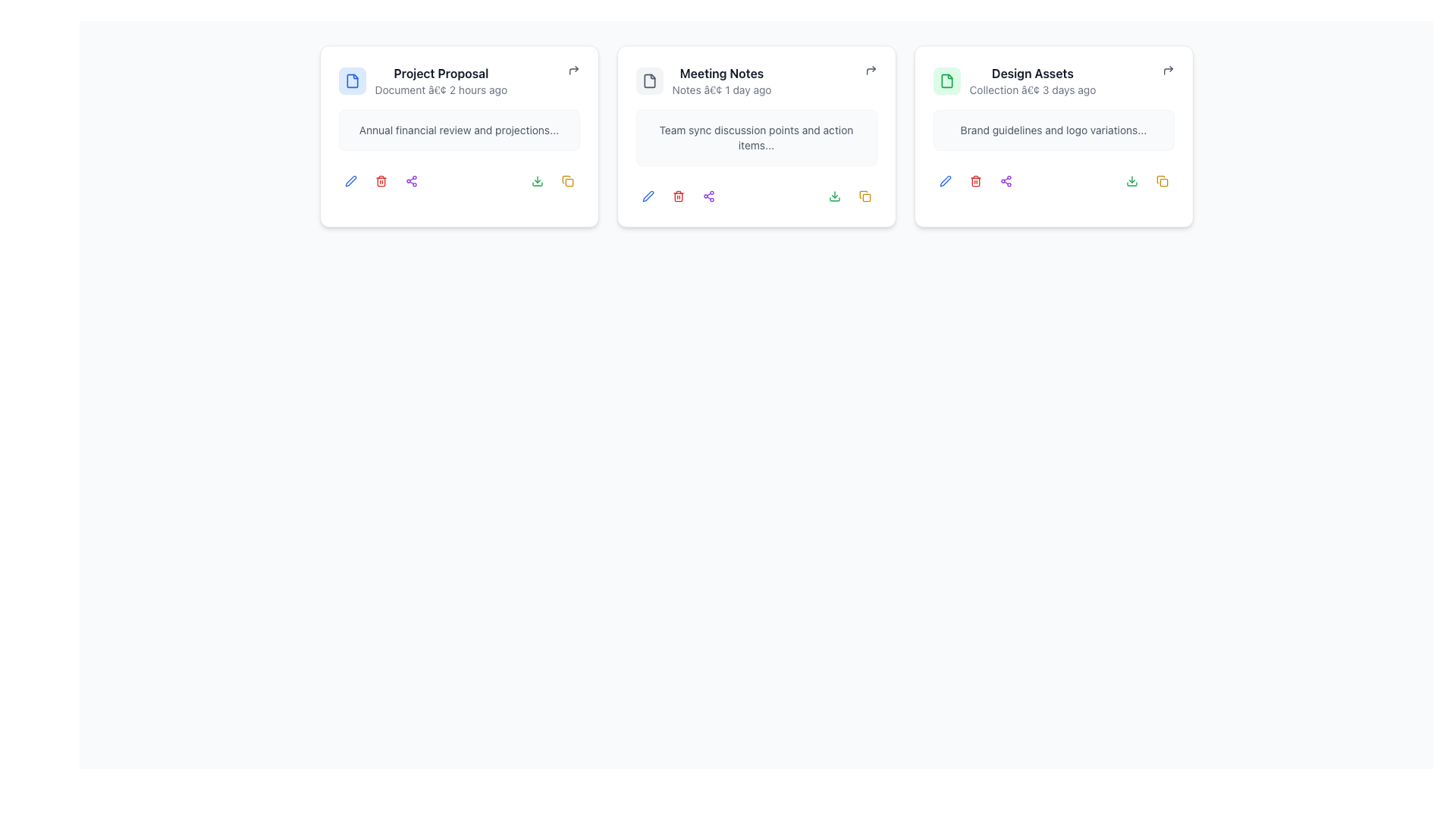 The width and height of the screenshot is (1456, 819). What do you see at coordinates (871, 70) in the screenshot?
I see `the return icon located at the top-right corner of the 'Meeting Notes' card` at bounding box center [871, 70].